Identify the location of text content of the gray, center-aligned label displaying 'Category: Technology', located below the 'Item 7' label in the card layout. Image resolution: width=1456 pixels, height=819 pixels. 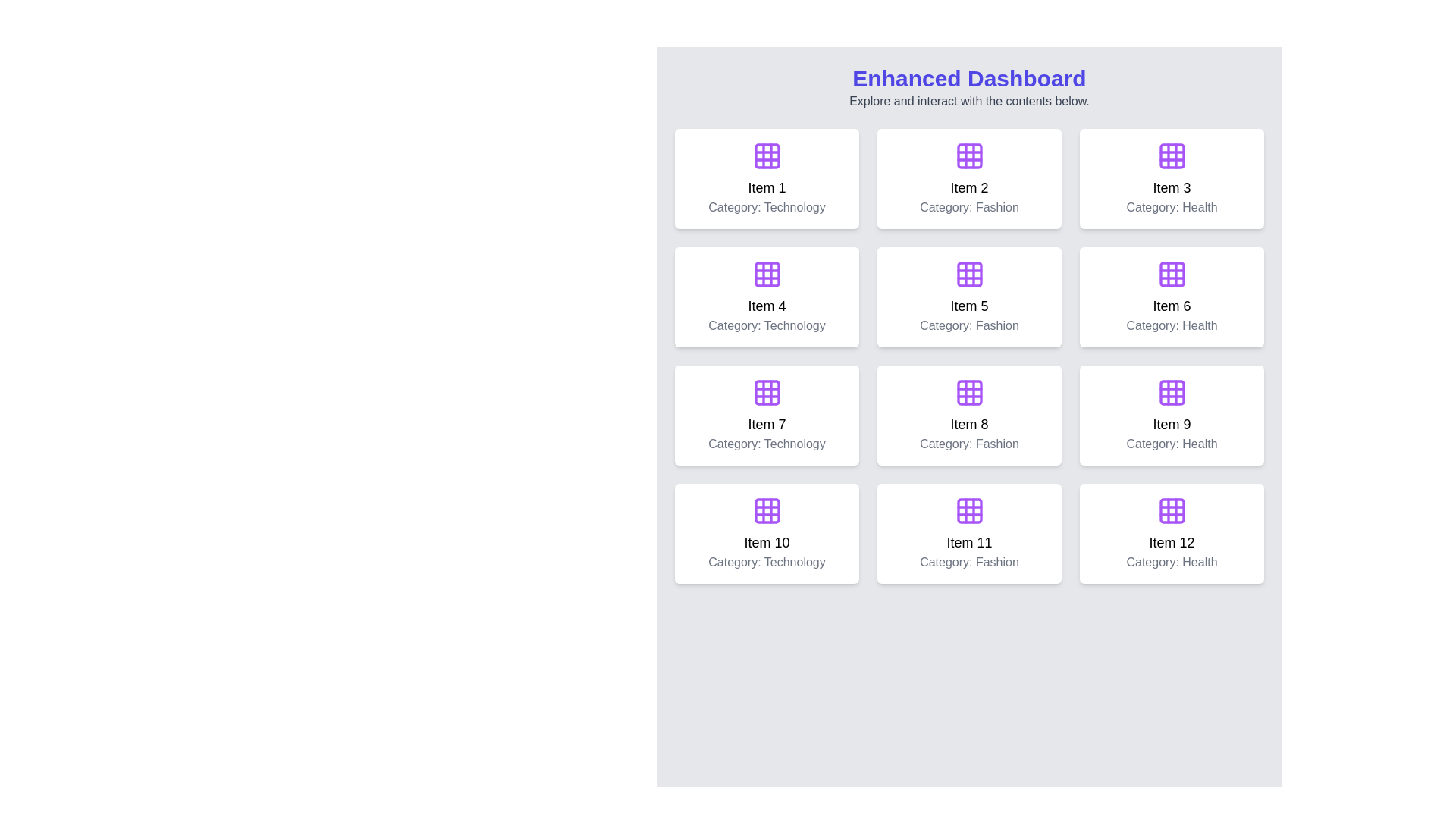
(767, 444).